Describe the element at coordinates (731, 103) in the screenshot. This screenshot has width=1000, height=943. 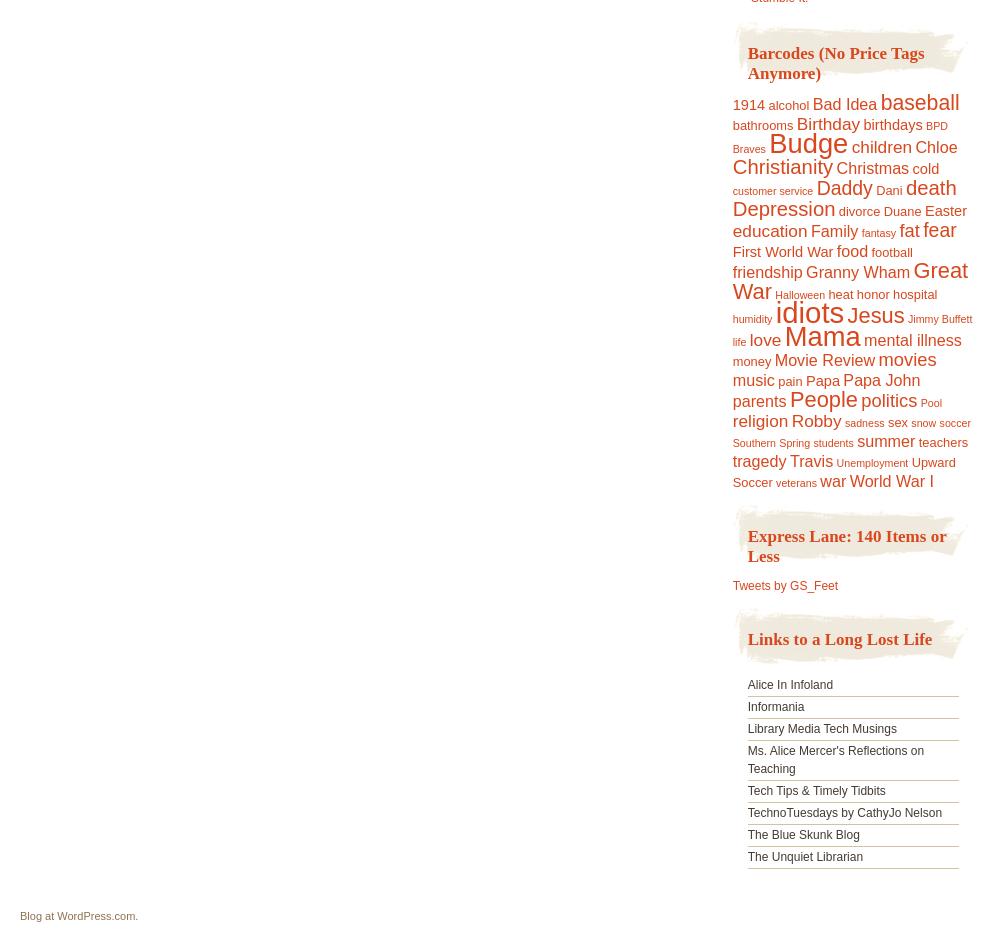
I see `'1914'` at that location.